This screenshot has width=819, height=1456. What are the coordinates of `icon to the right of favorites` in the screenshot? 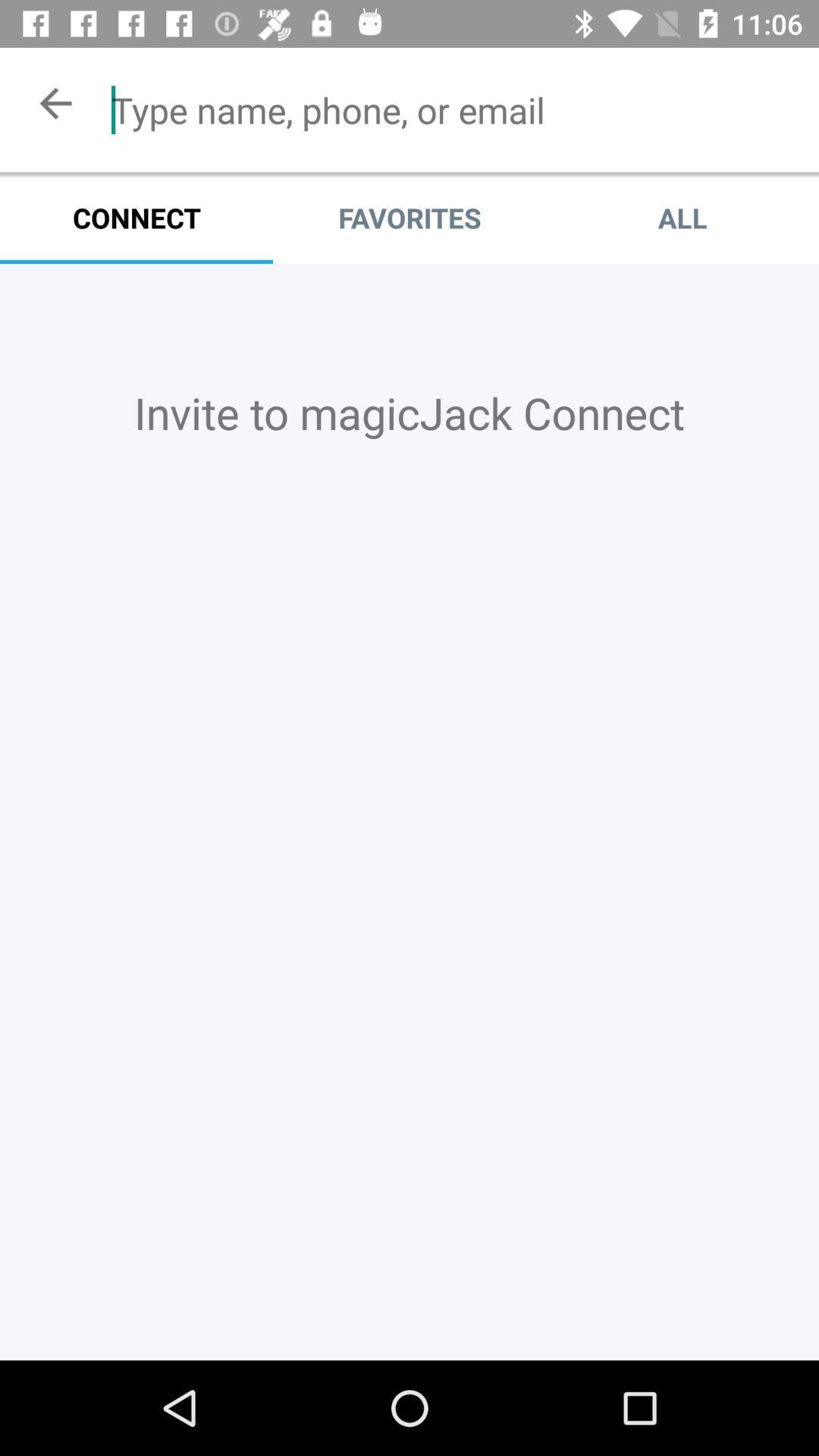 It's located at (681, 217).